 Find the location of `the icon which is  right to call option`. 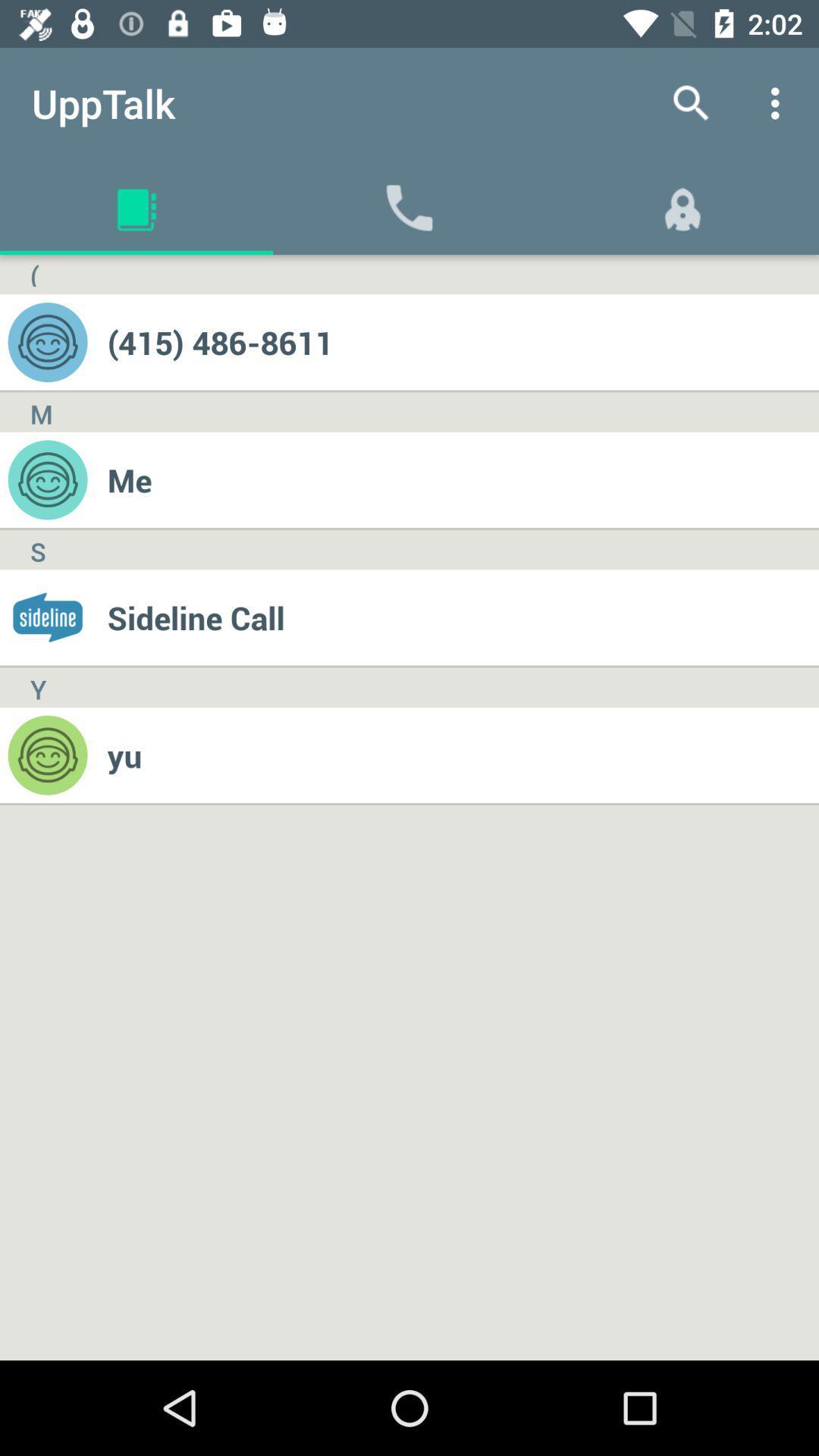

the icon which is  right to call option is located at coordinates (682, 206).